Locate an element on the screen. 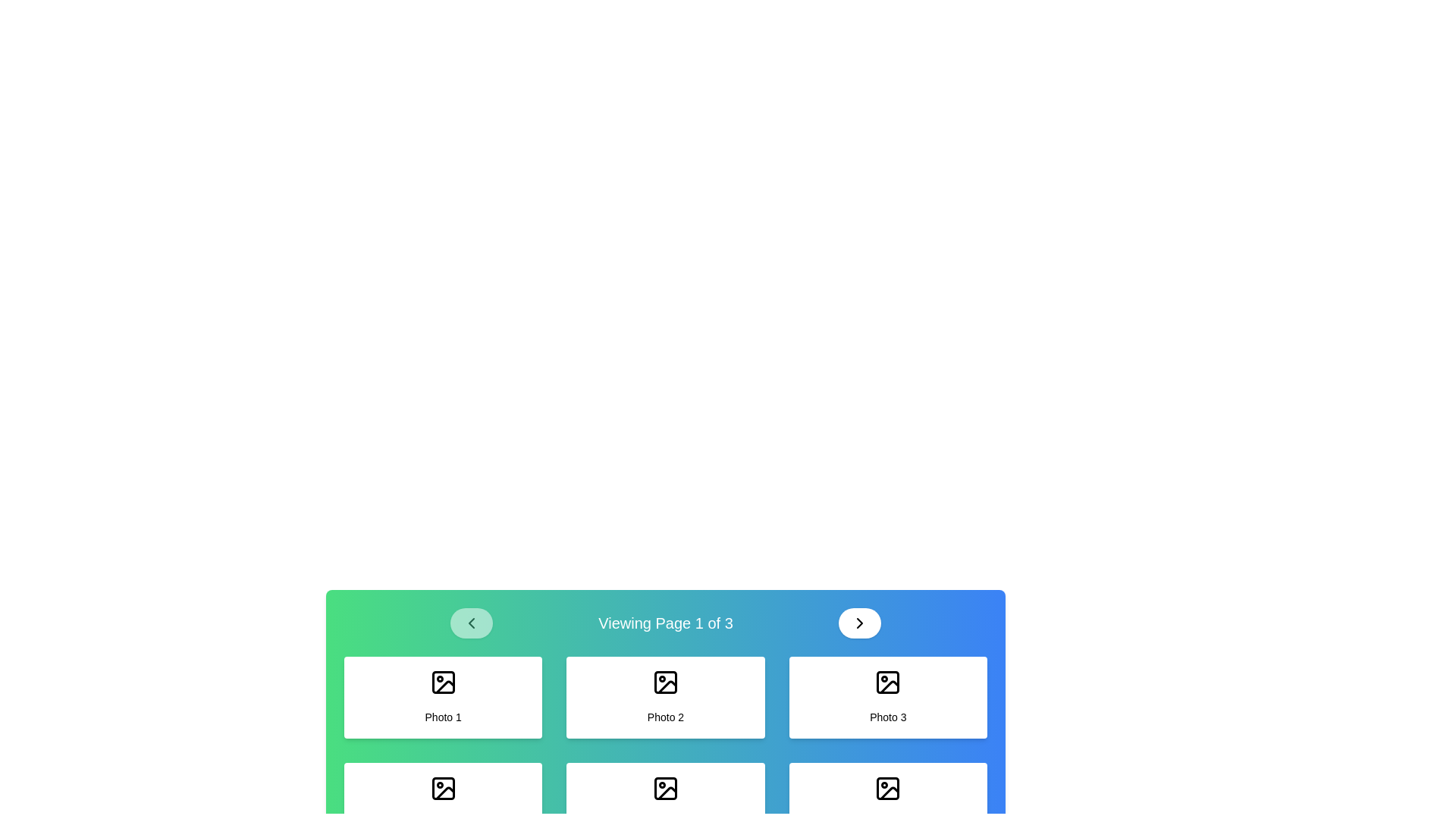 The height and width of the screenshot is (819, 1456). the text label displaying 'Photo 2', which is positioned at the bottom of the middle card in the top row of a three-column grid layout is located at coordinates (666, 717).